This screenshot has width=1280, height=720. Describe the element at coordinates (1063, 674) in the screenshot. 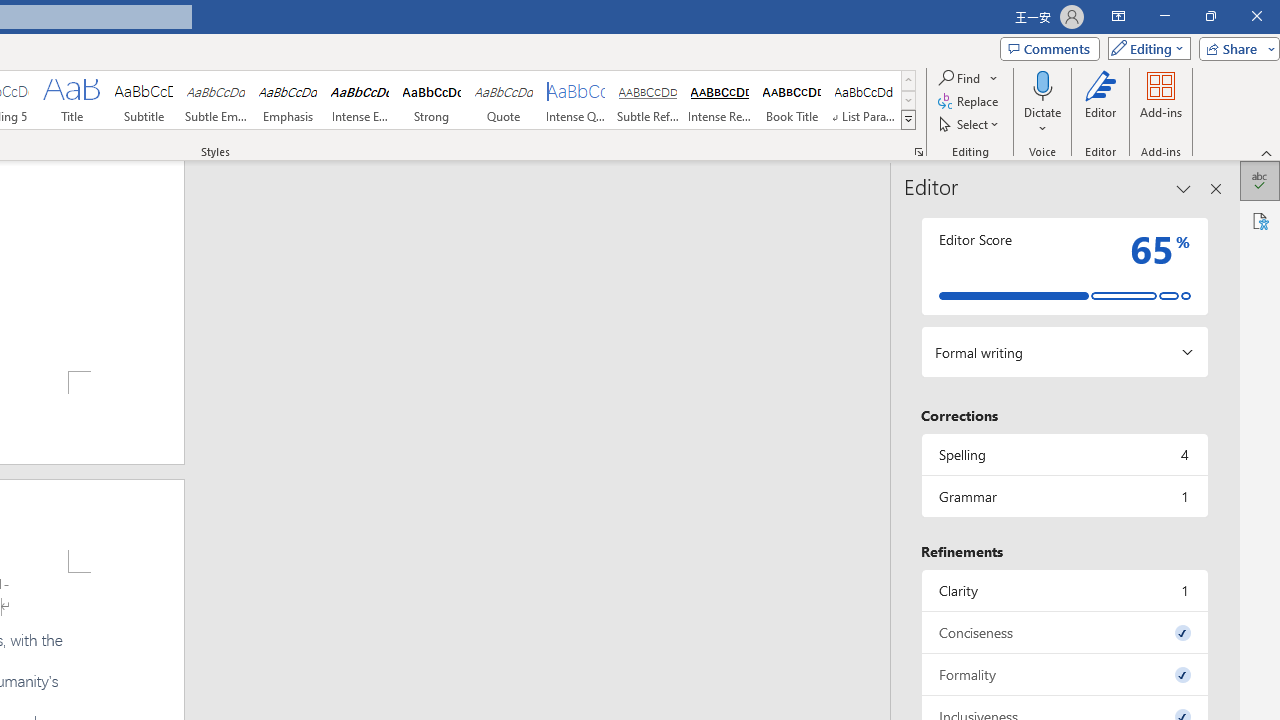

I see `'Formality, 0 issues. Press space or enter to review items.'` at that location.